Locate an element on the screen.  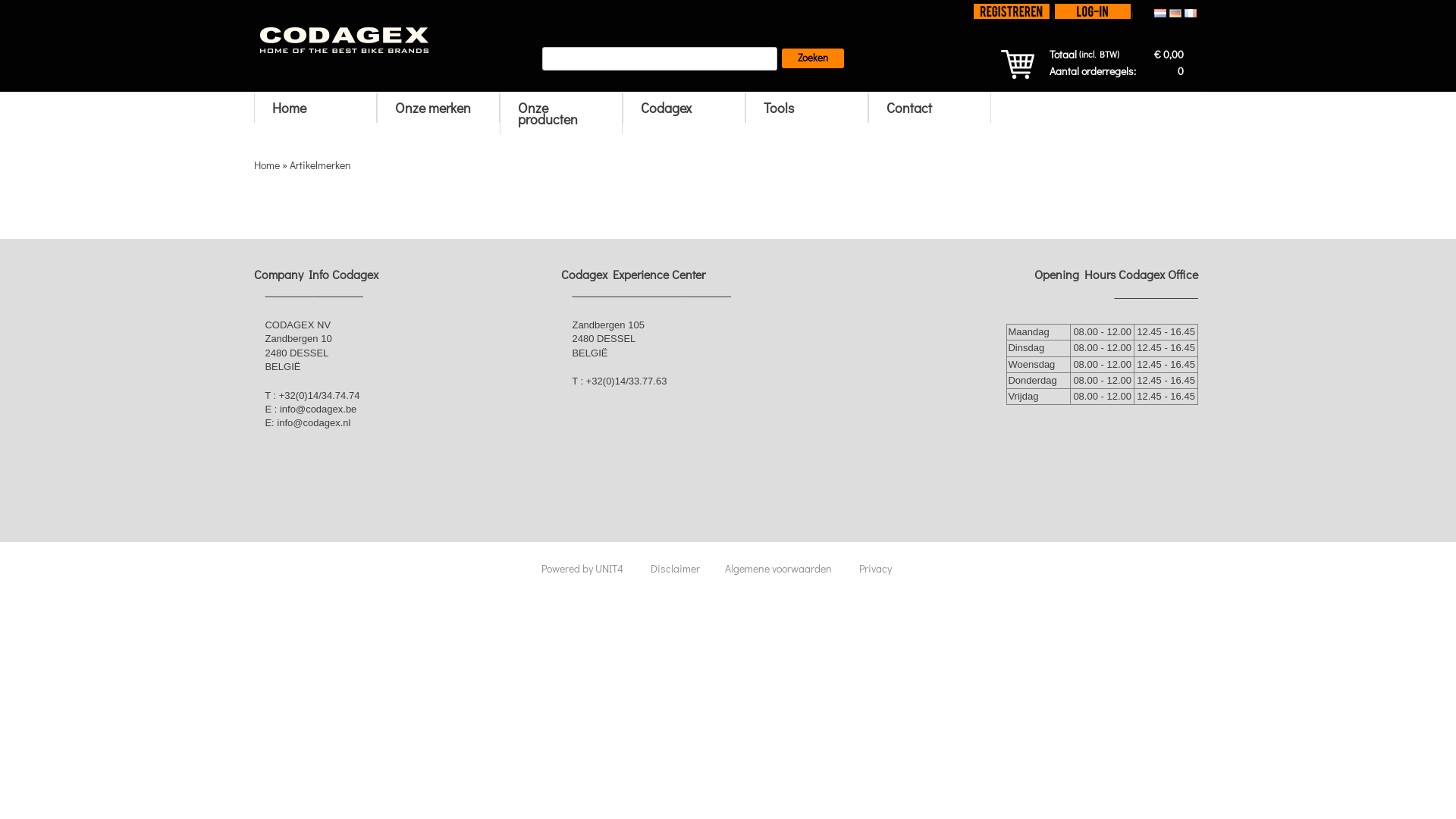
'Privacy' is located at coordinates (858, 568).